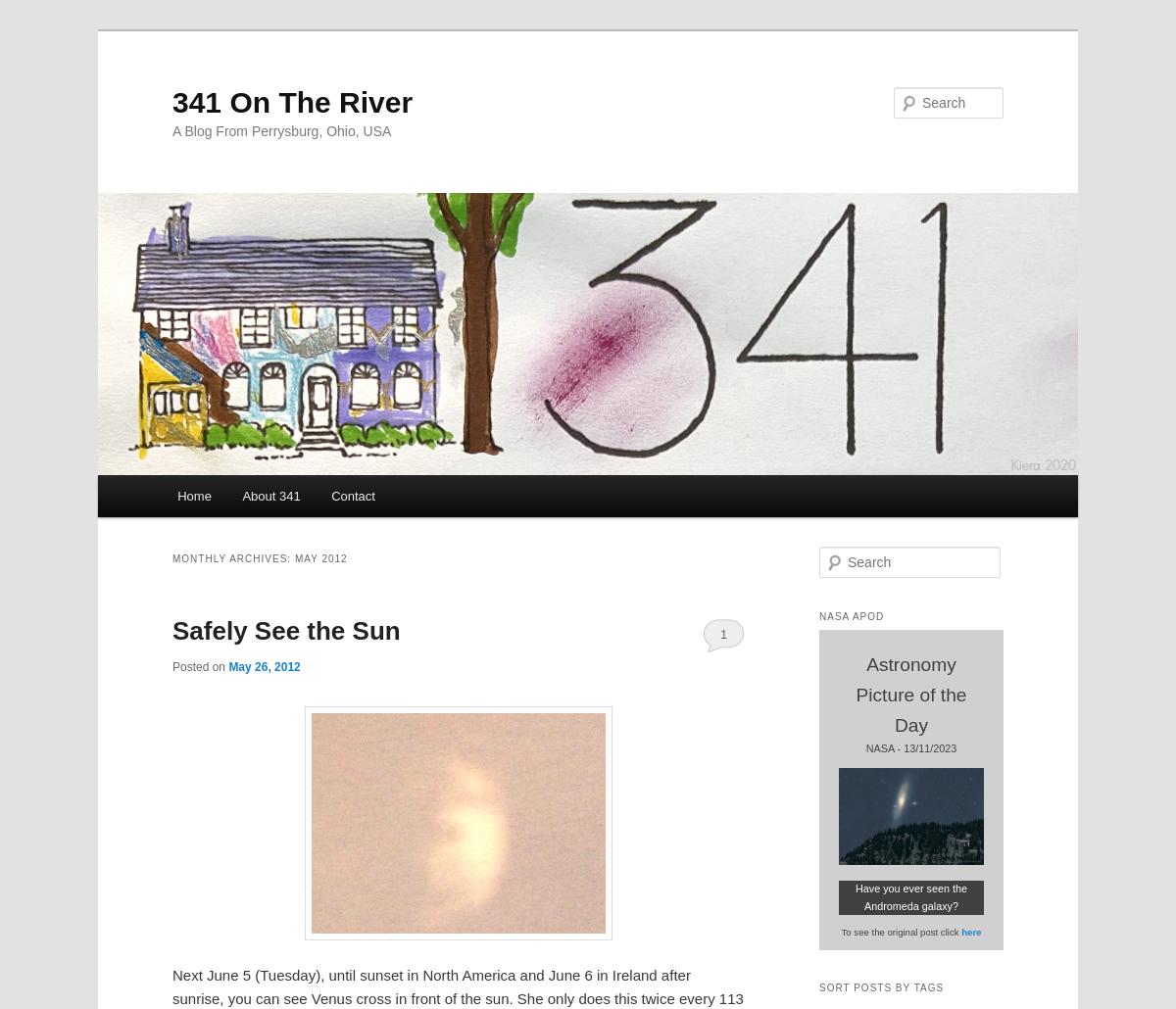 The height and width of the screenshot is (1009, 1176). I want to click on 'NASA - 13/11/2023', so click(910, 747).